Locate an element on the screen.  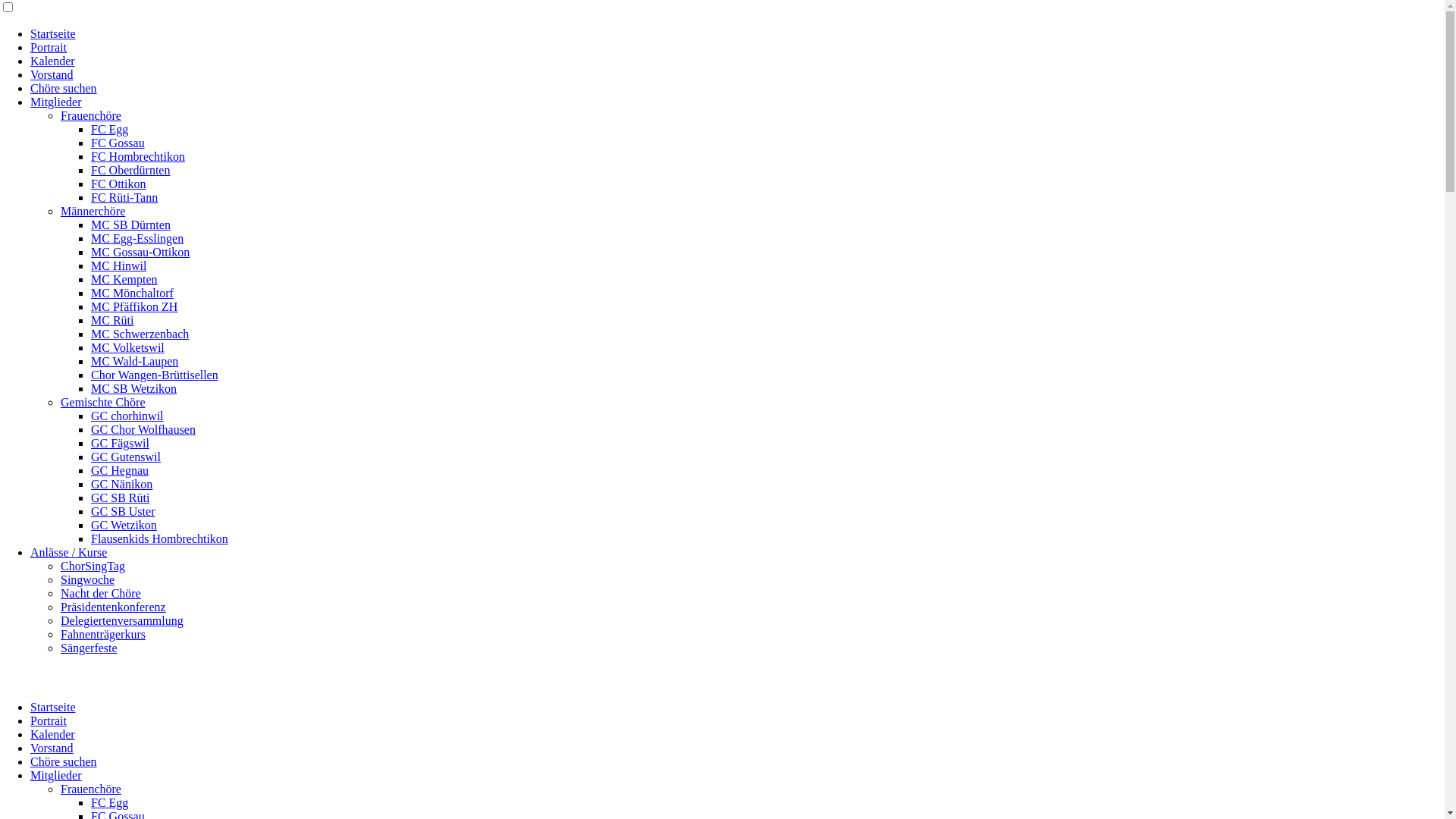
'GC Gutenswil' is located at coordinates (126, 456).